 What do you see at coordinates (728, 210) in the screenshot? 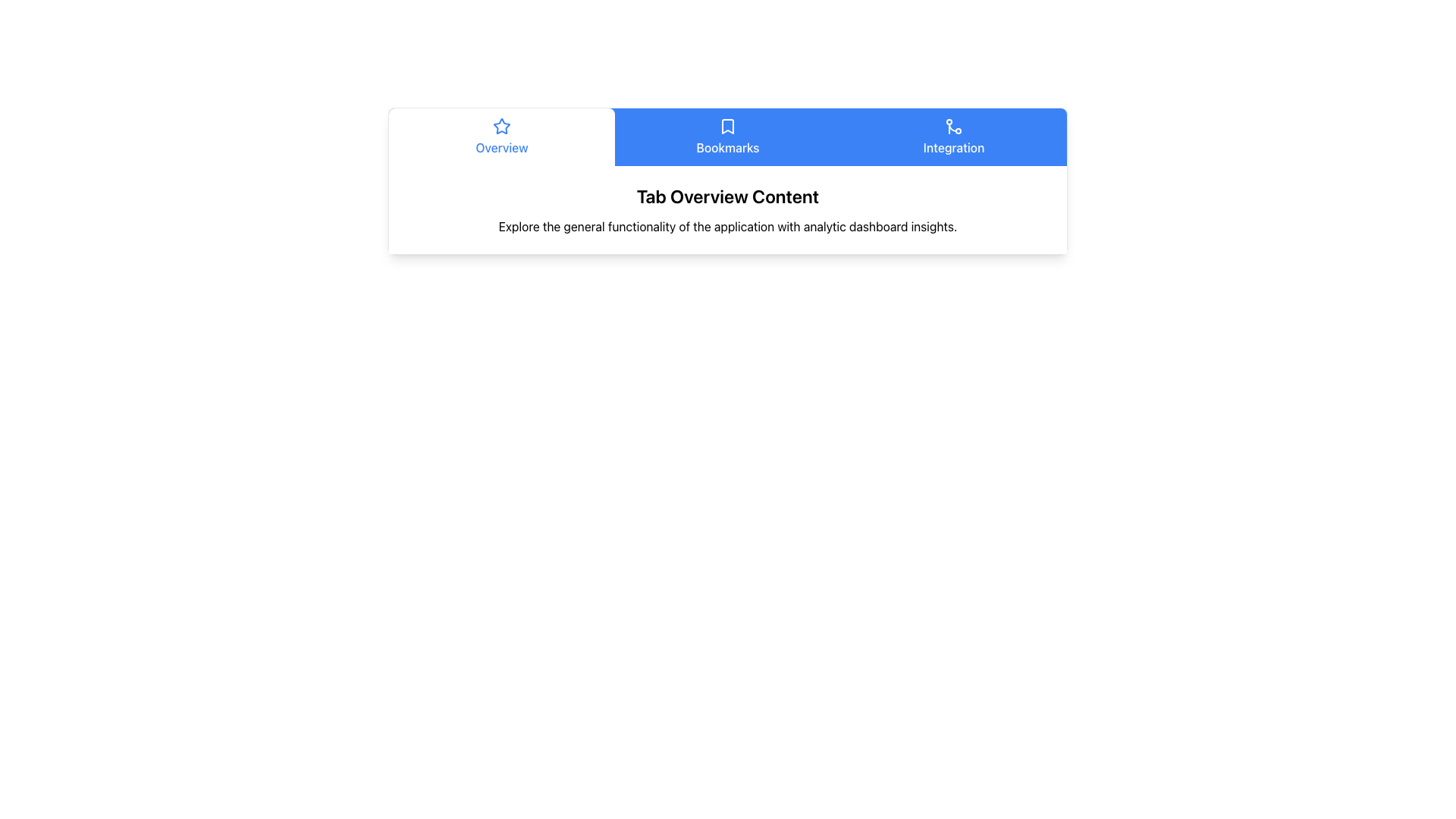
I see `the Information Card located in the center of a white card section below the navigation bar, which provides an overview and introductory information about the application's general functionality` at bounding box center [728, 210].